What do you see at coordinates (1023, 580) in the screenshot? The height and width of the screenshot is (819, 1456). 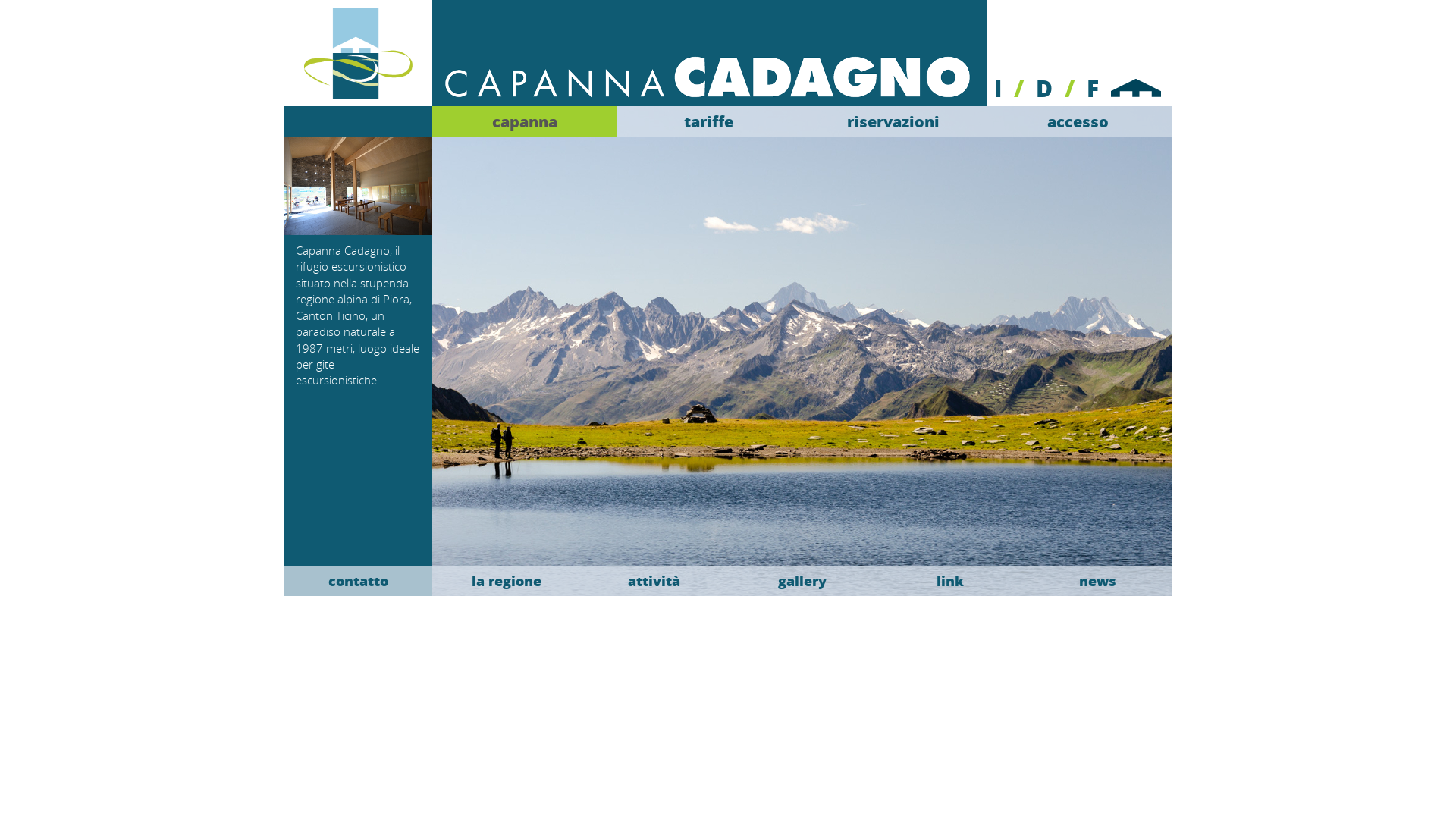 I see `'news'` at bounding box center [1023, 580].